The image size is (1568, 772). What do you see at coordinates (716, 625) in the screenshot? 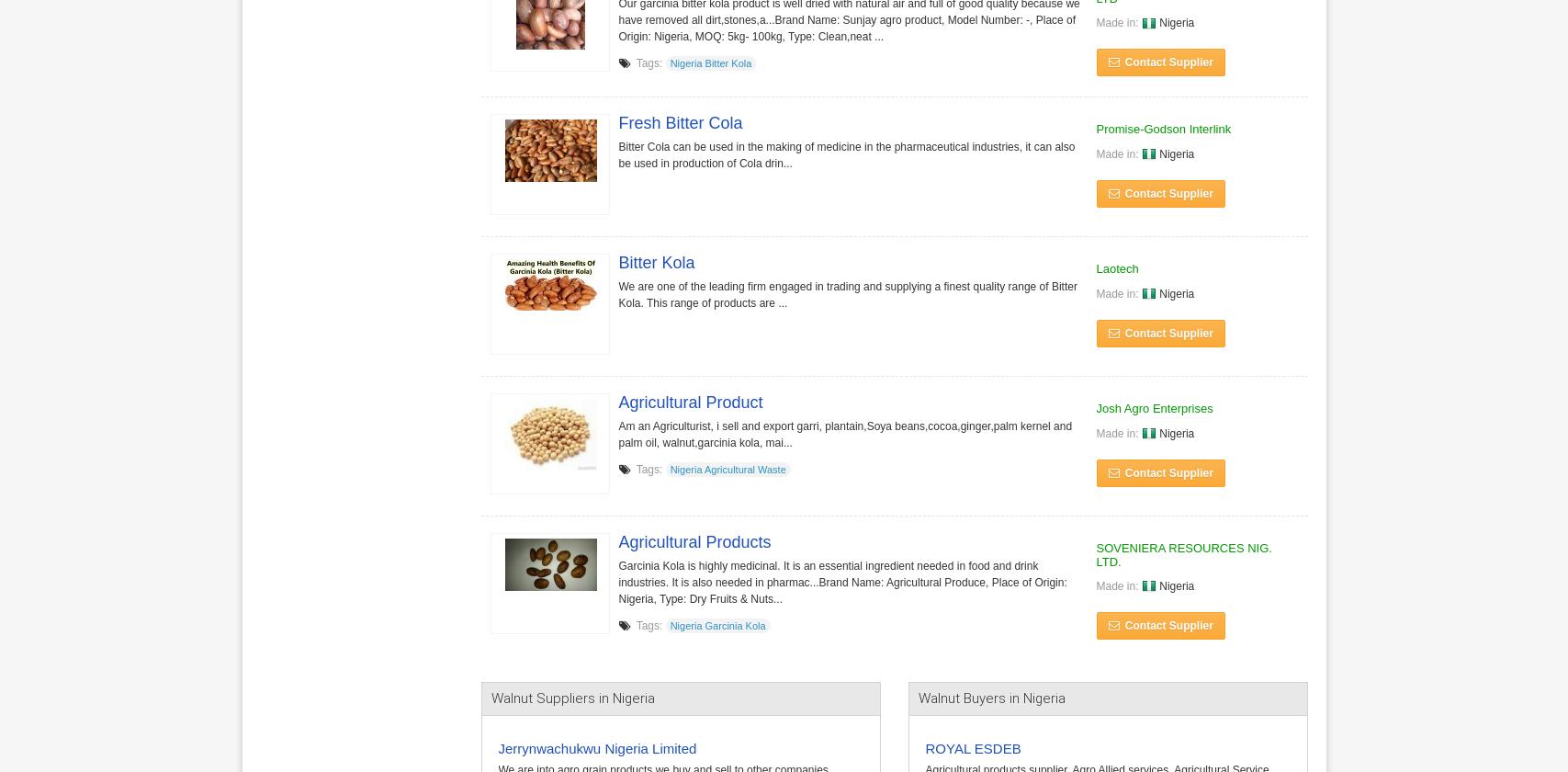
I see `'Nigeria Garcinia Kola'` at bounding box center [716, 625].